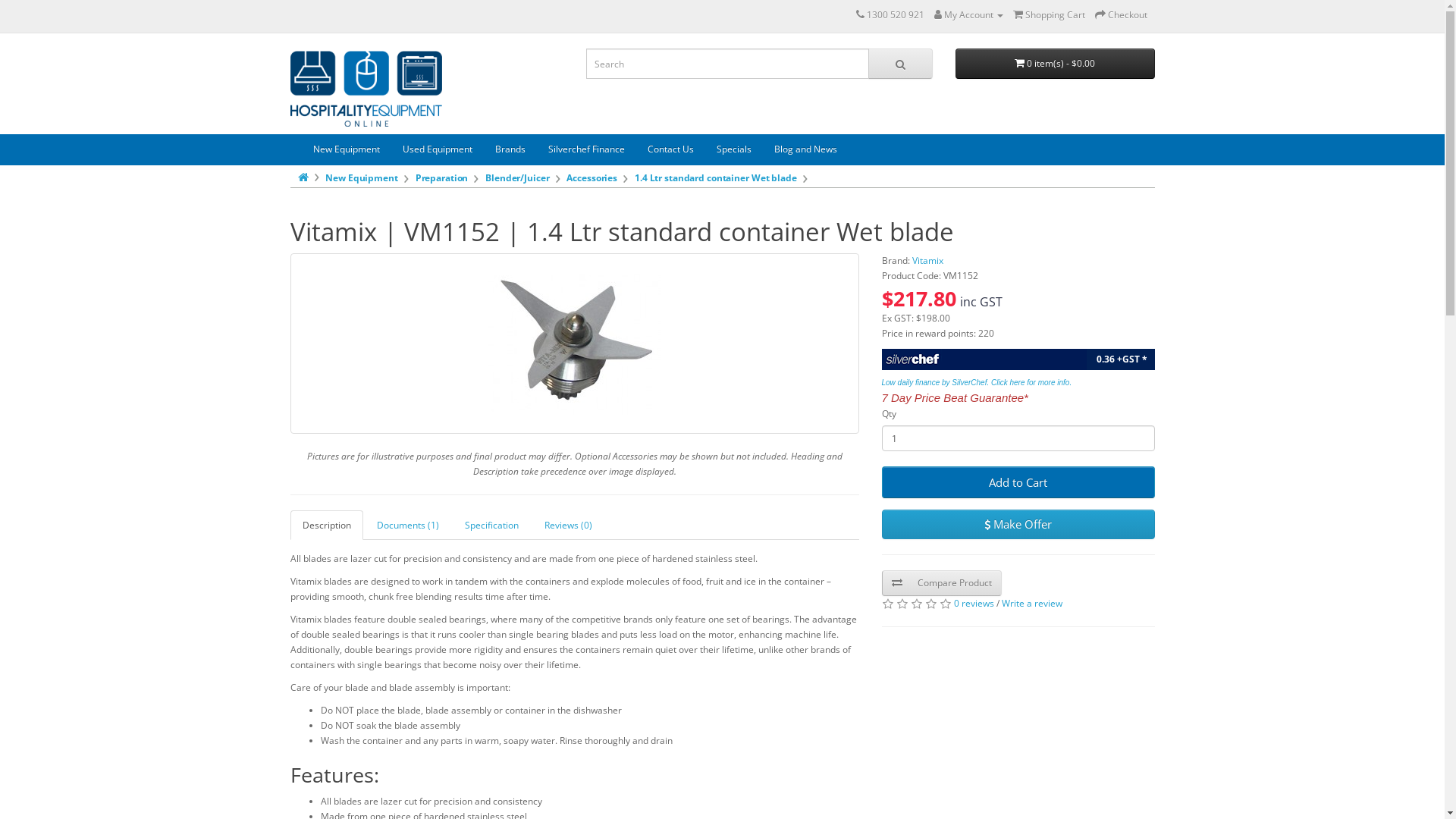  What do you see at coordinates (532, 524) in the screenshot?
I see `'Reviews (0)'` at bounding box center [532, 524].